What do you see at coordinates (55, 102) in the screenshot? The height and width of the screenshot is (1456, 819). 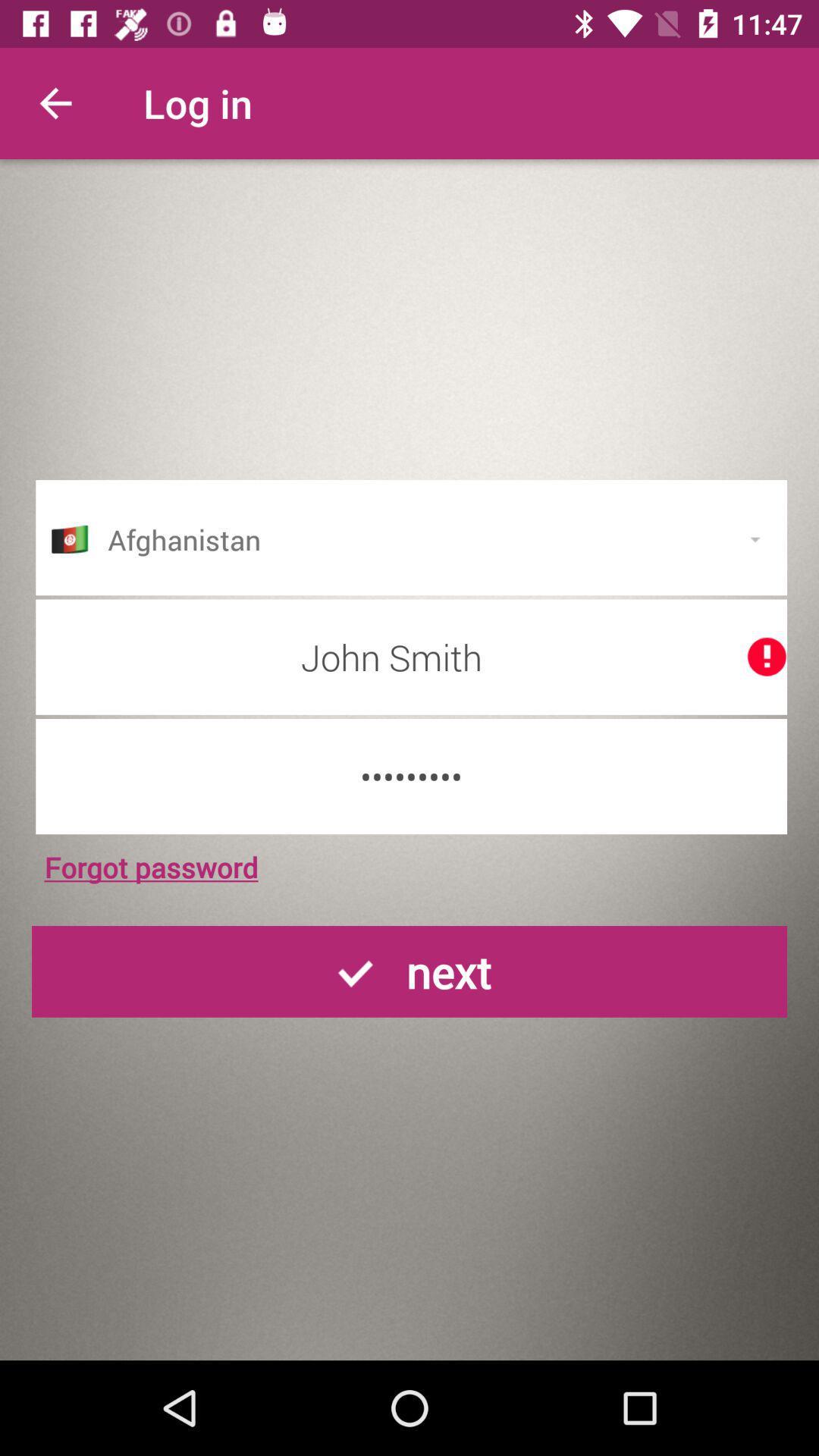 I see `the item next to the log in item` at bounding box center [55, 102].